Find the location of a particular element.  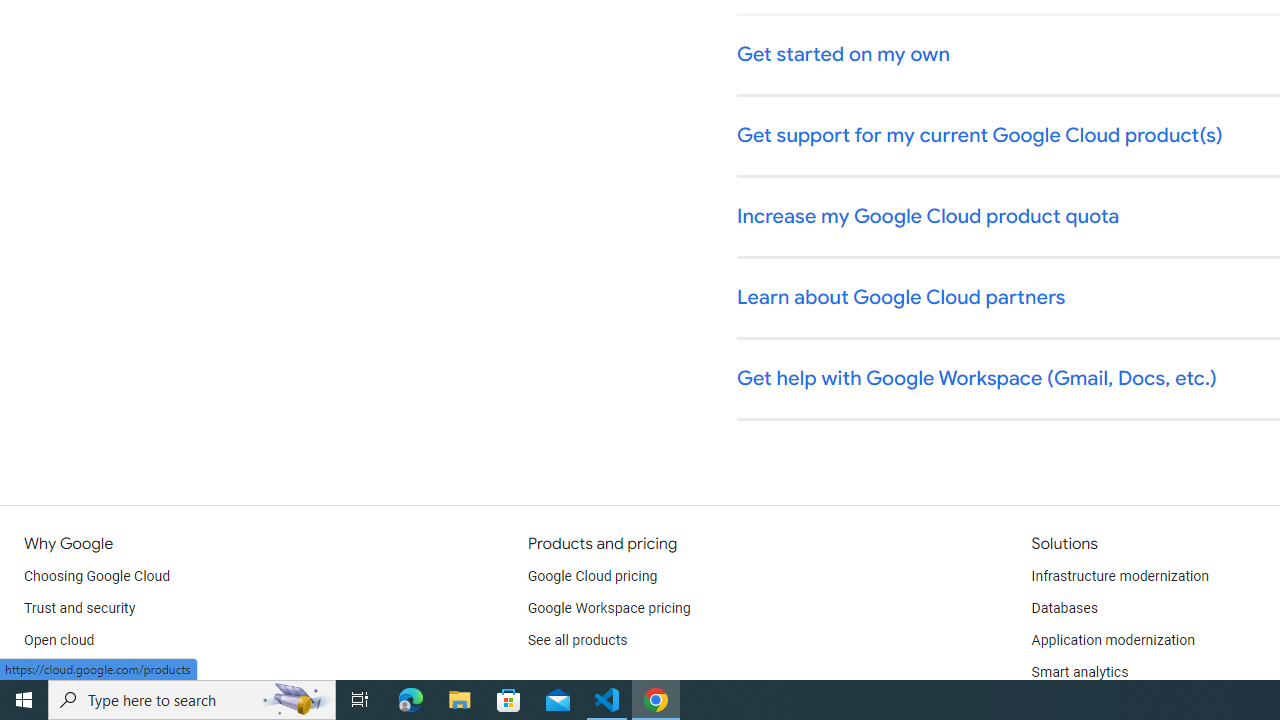

'Choosing Google Cloud' is located at coordinates (96, 577).